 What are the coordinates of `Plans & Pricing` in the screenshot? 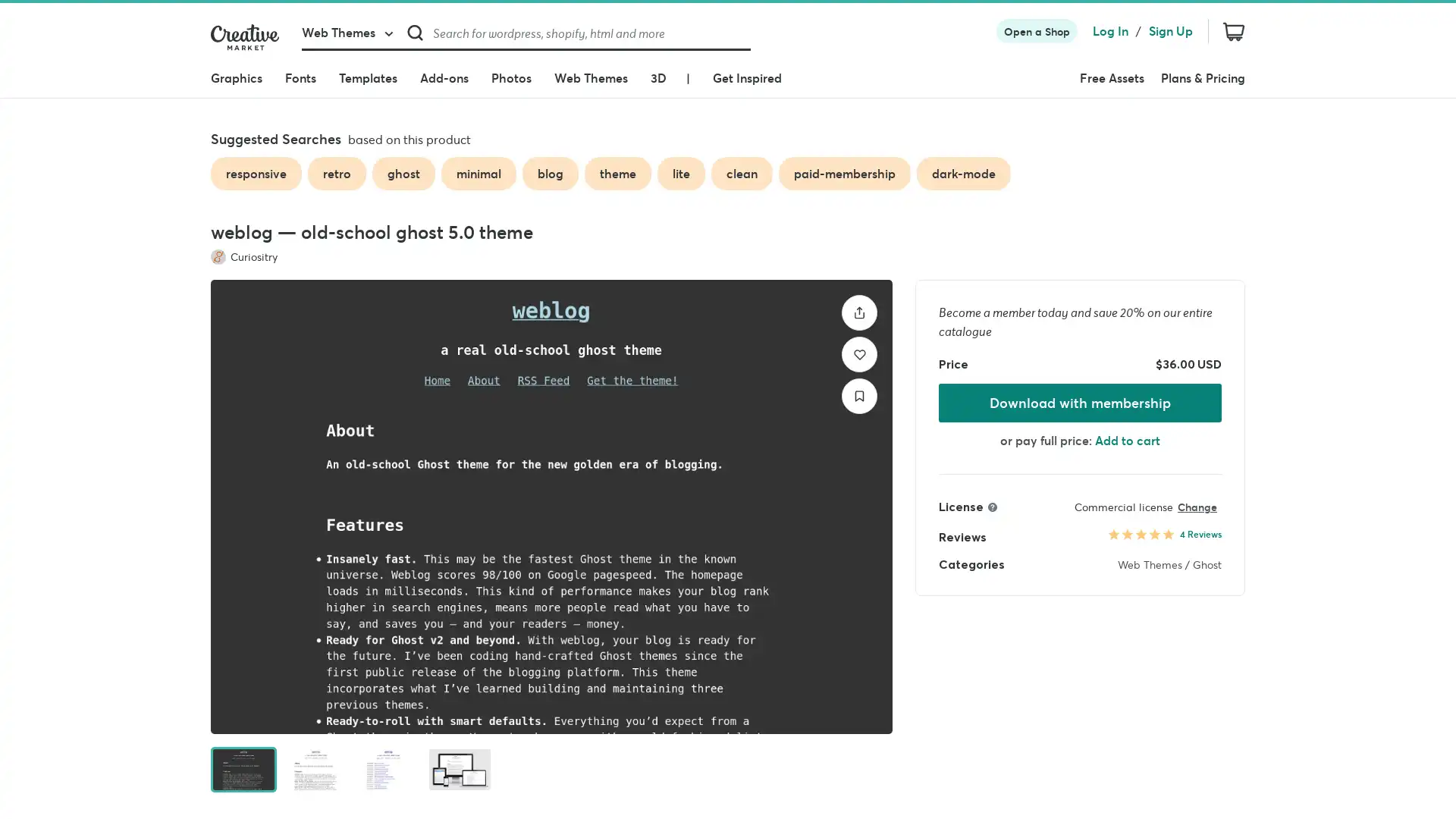 It's located at (1202, 78).